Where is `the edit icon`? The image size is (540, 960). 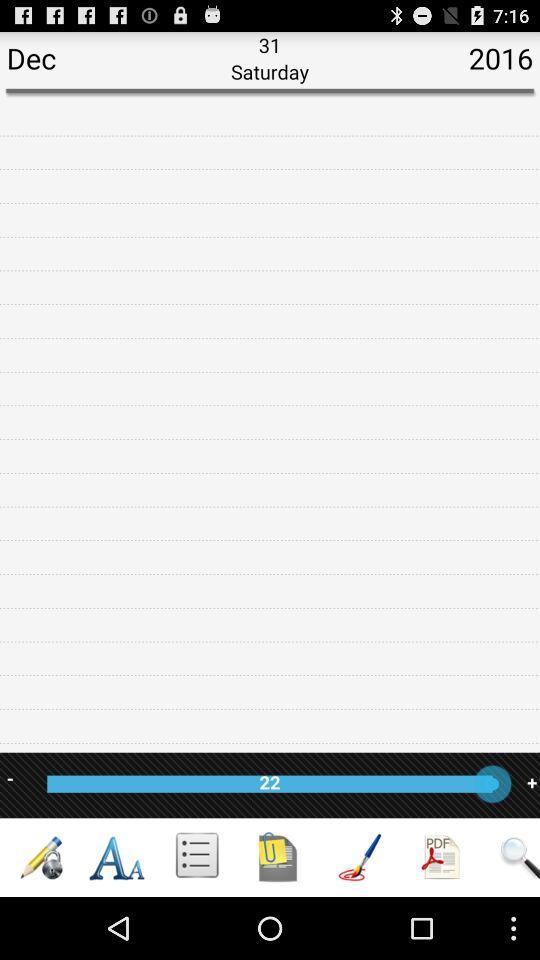
the edit icon is located at coordinates (41, 917).